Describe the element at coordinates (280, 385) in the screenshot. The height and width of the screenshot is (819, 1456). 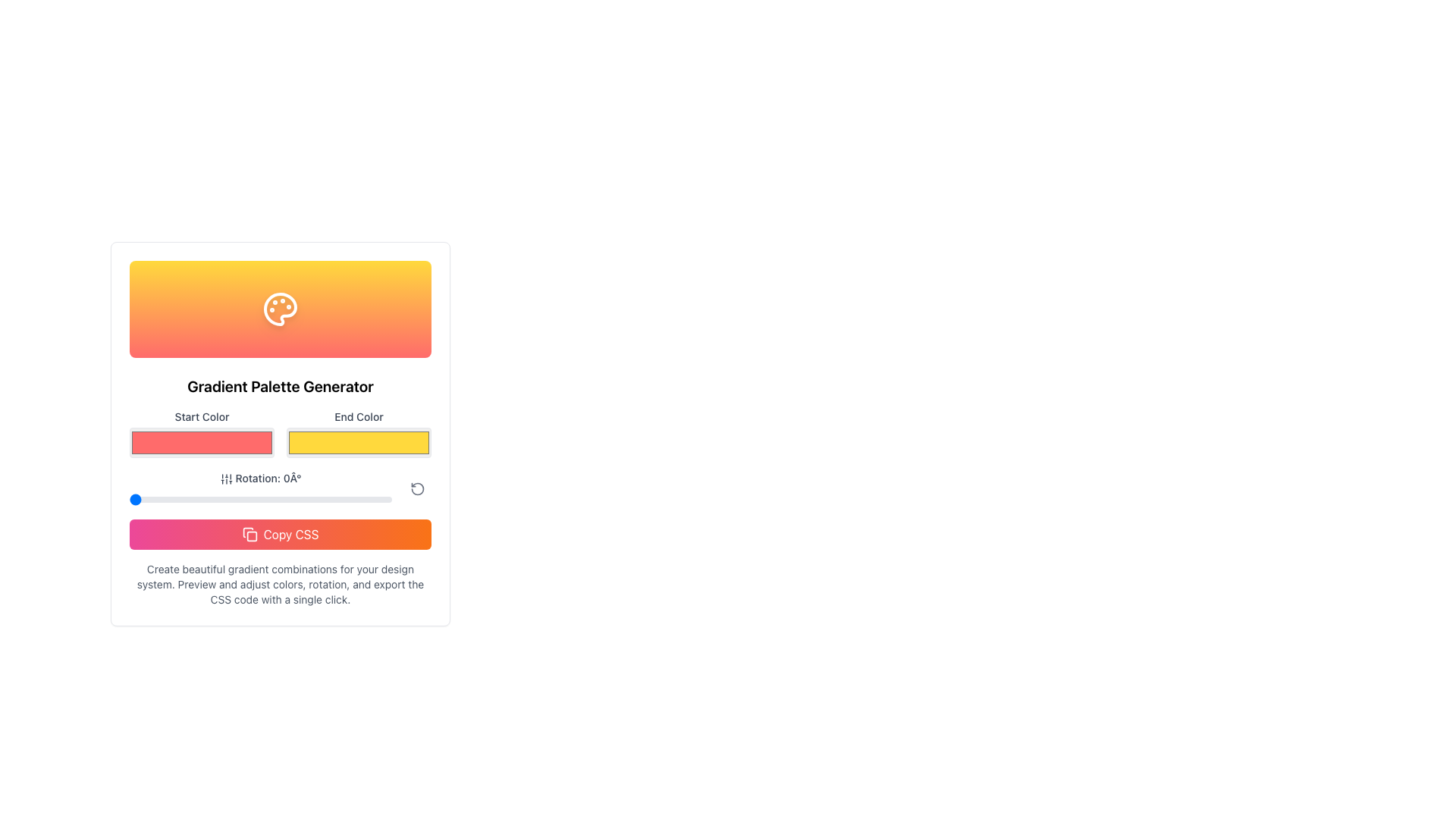
I see `the text label that reads 'Gradient Palette Generator', which is styled in bold with a large font size, located within a bordered card layout, positioned above the 'Start Color' and 'End Color' input fields` at that location.